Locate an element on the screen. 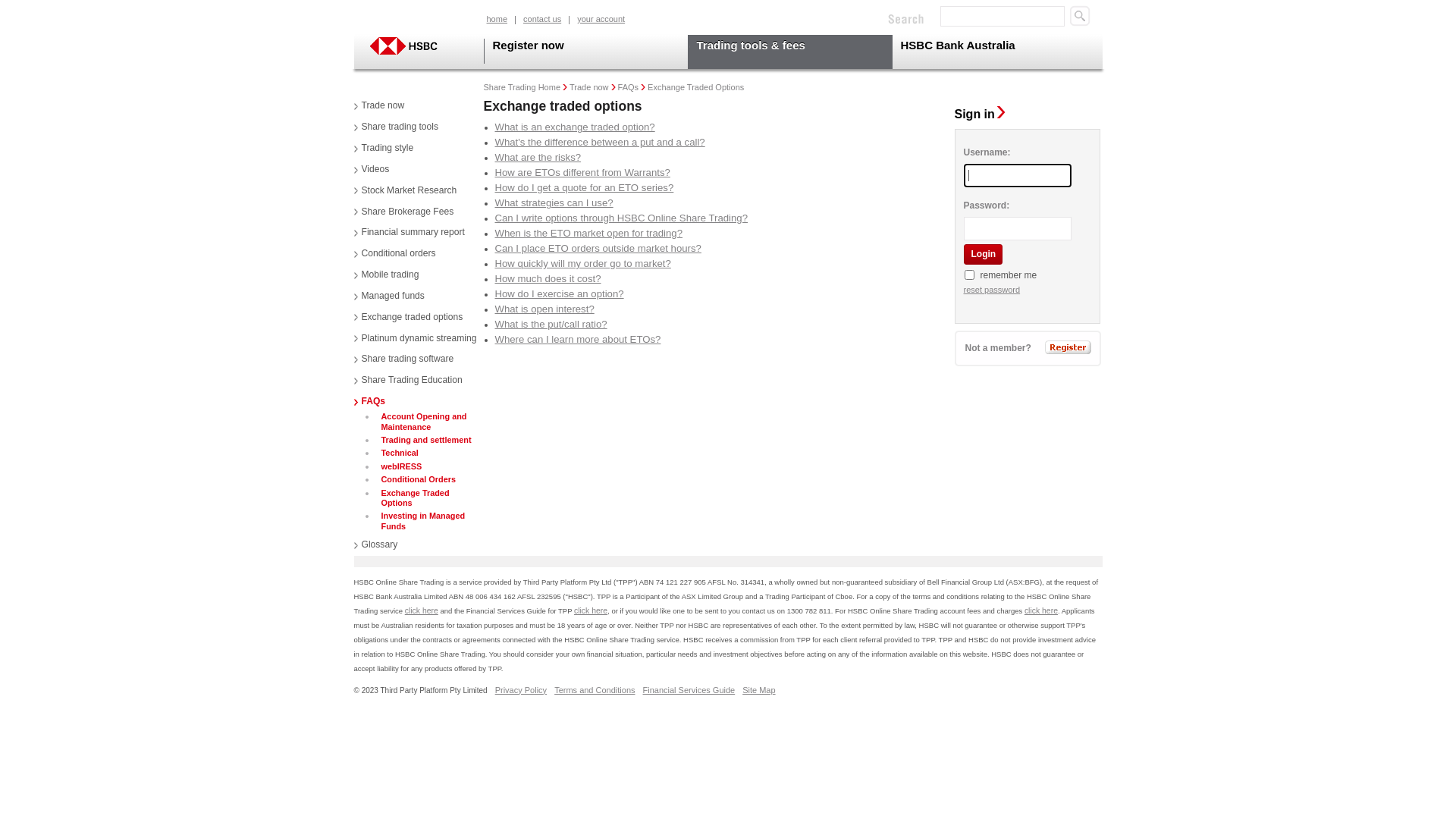  'Stock Market Research' is located at coordinates (404, 190).